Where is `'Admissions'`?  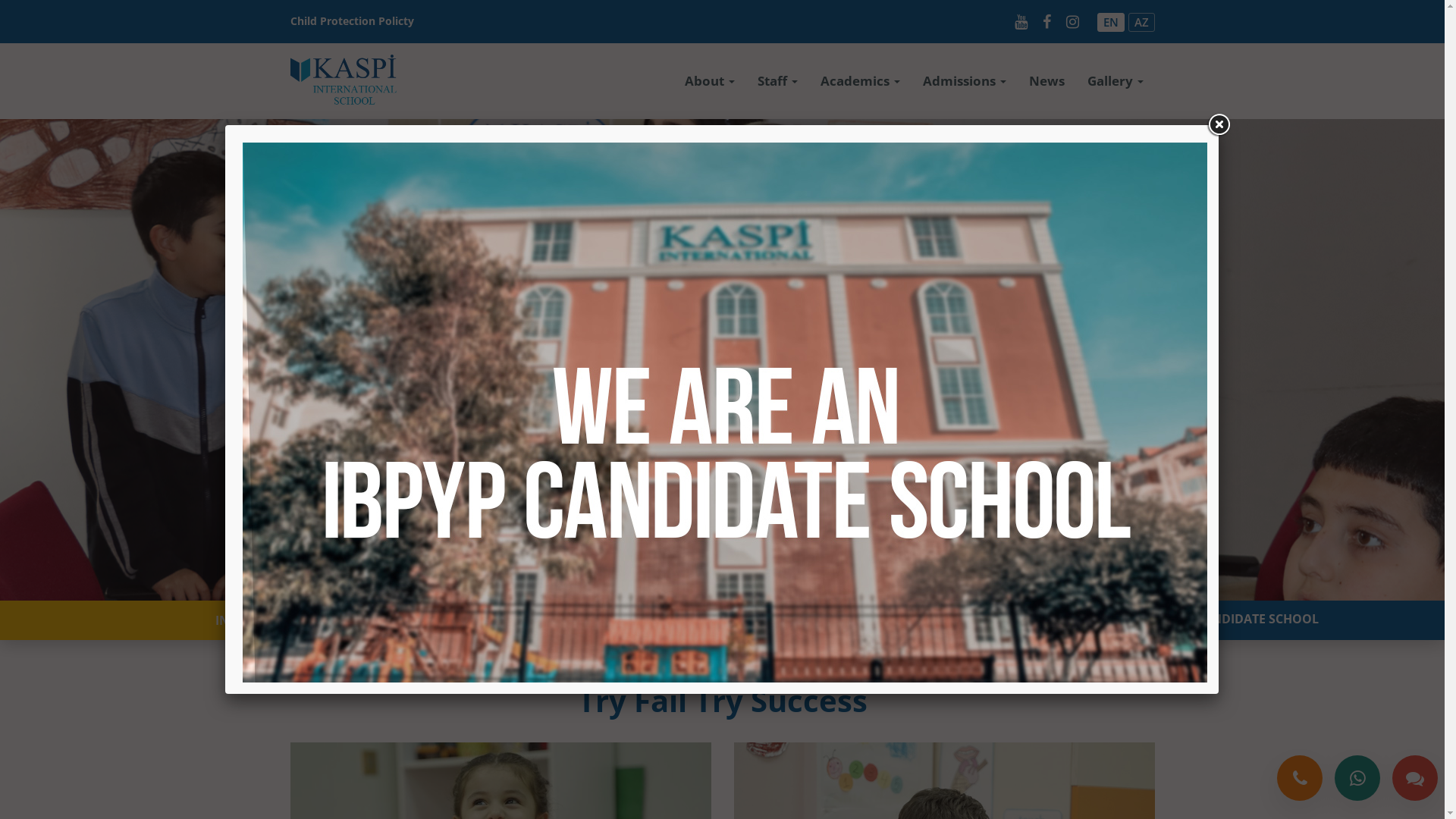
'Admissions' is located at coordinates (964, 81).